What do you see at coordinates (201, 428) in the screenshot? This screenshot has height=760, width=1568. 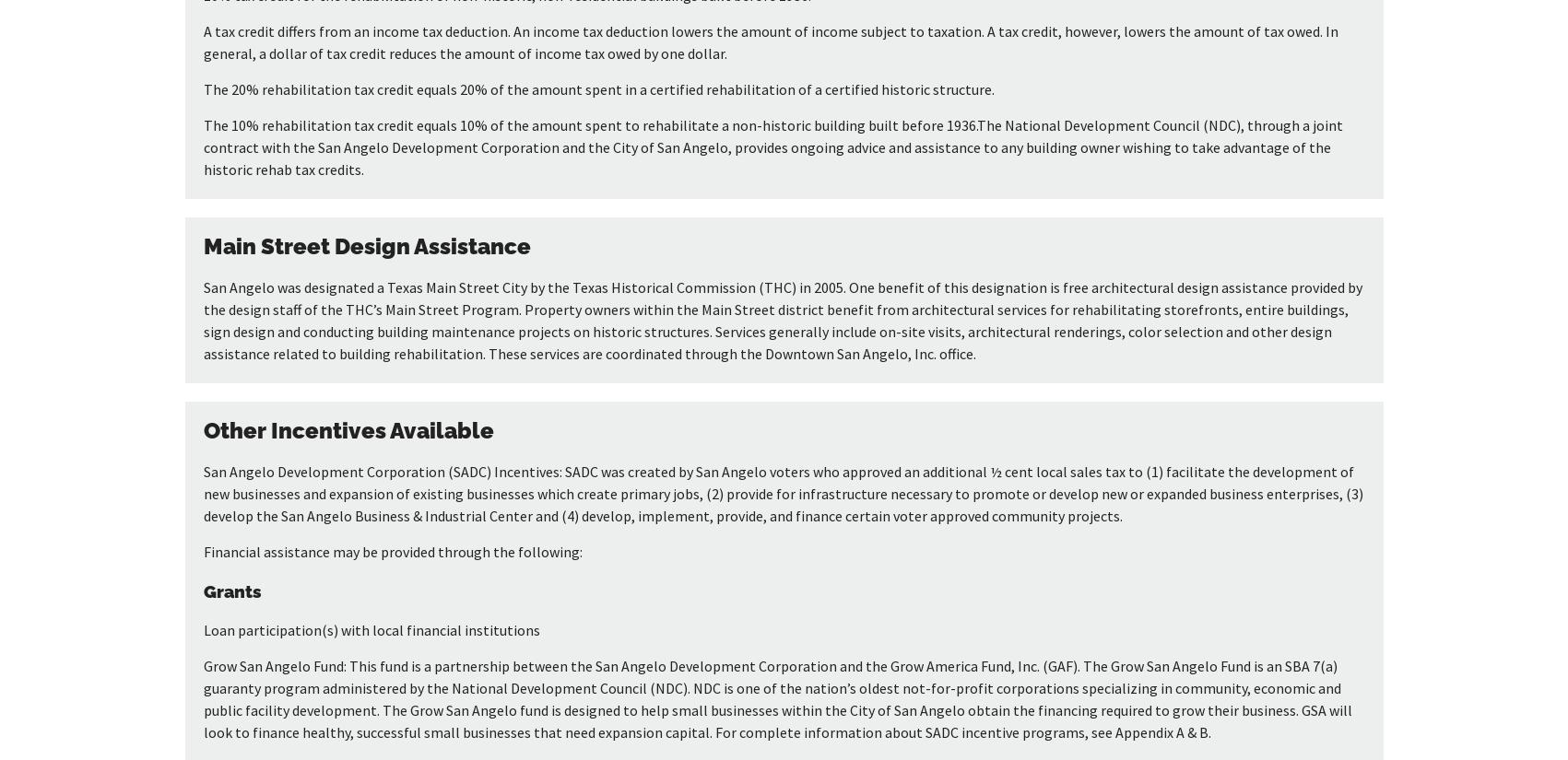 I see `'Other Incentives Available'` at bounding box center [201, 428].